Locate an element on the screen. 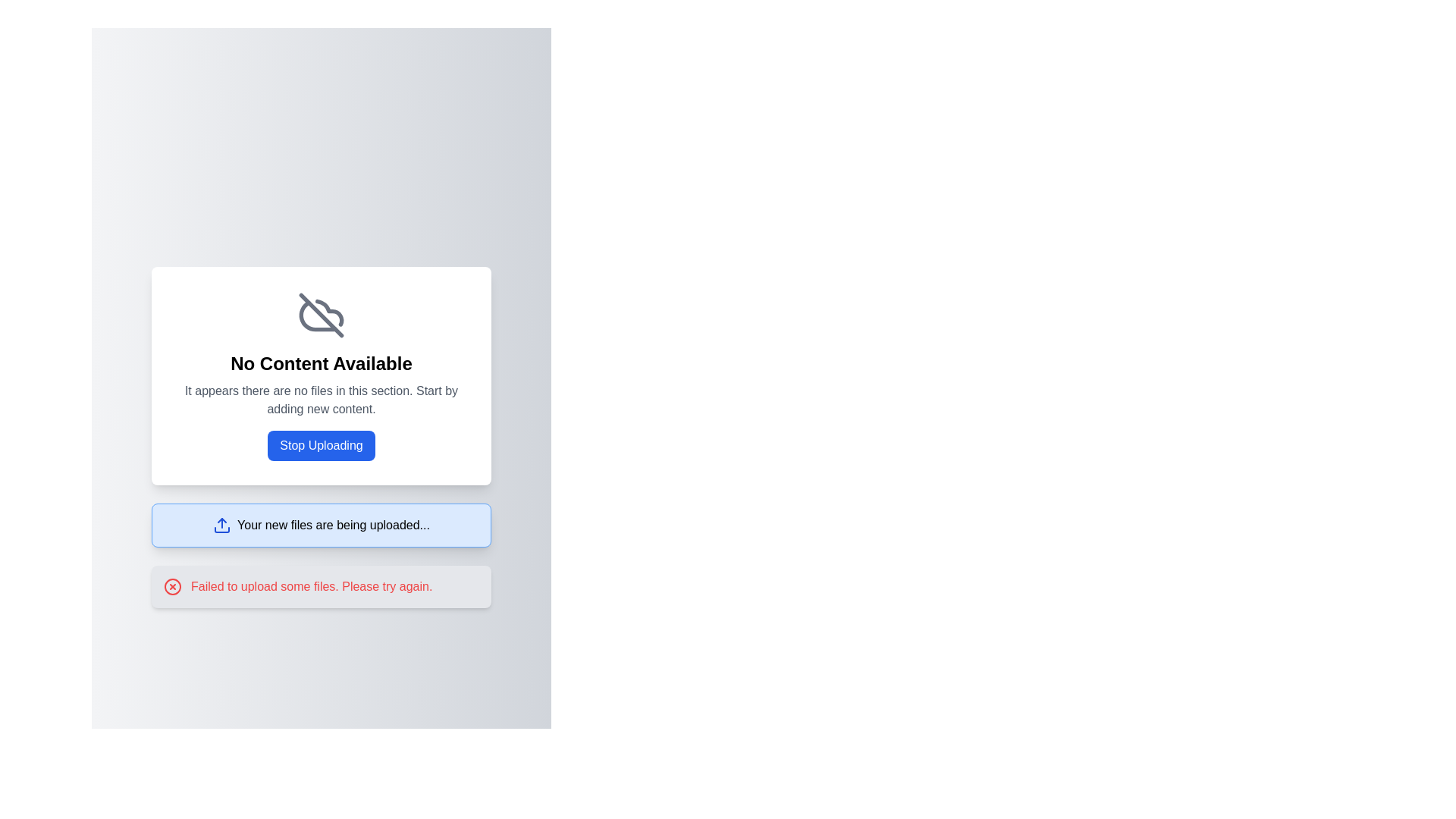  the unavailability icon in the SVG graphic element that indicates 'No Content Available', which is centrally located above the text message is located at coordinates (320, 314).